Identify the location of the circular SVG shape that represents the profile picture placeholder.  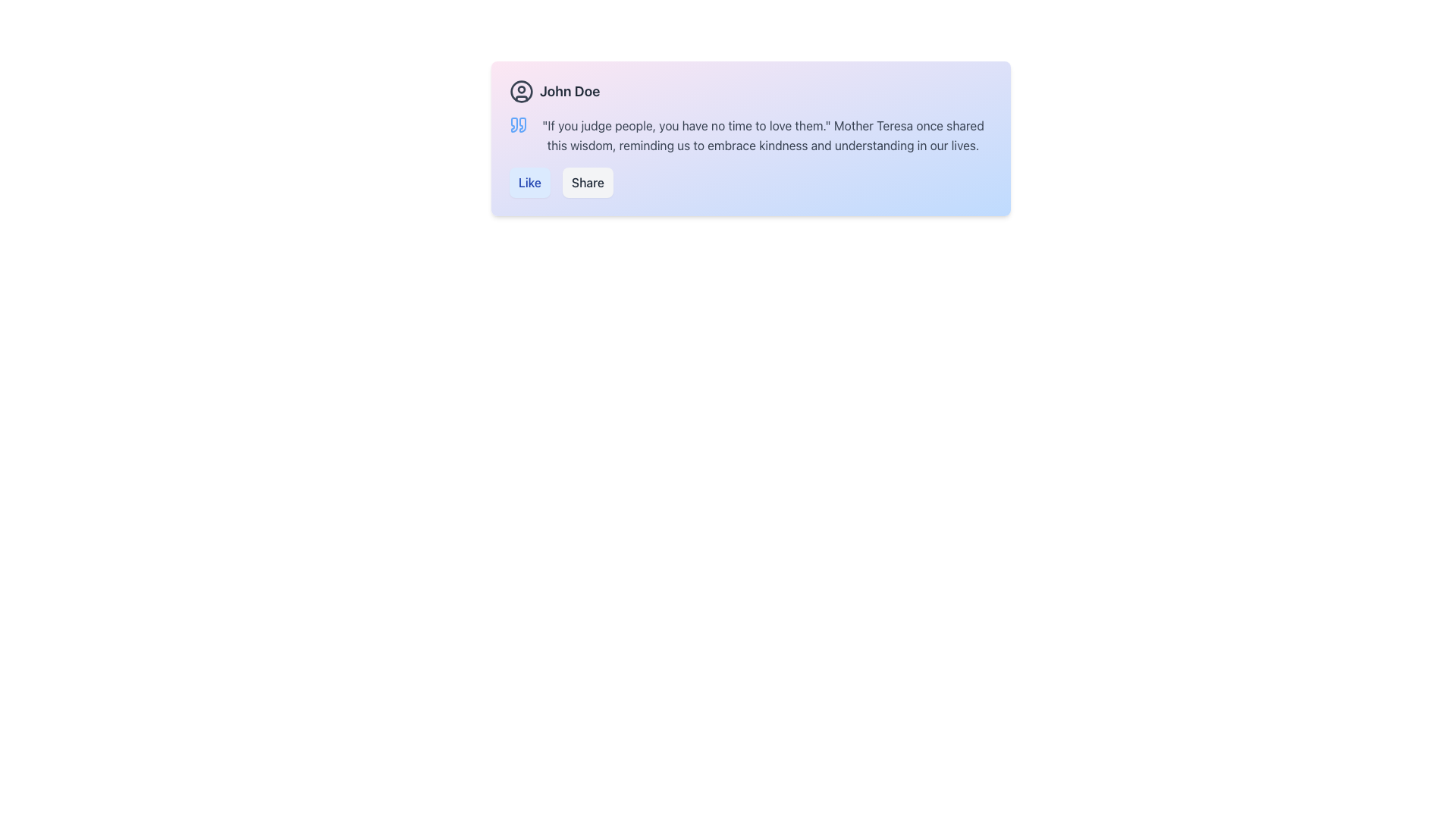
(521, 90).